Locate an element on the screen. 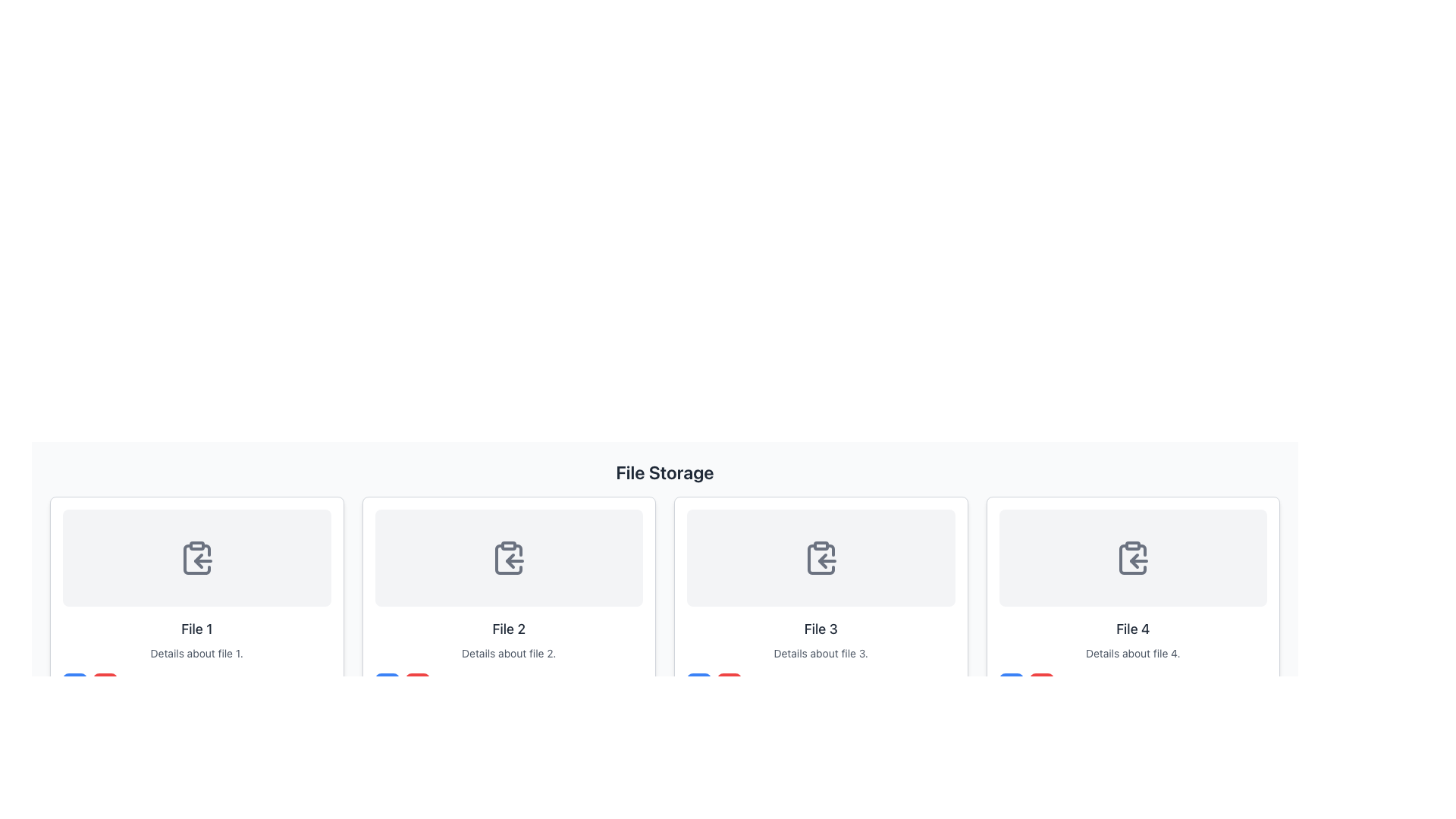  the text of the label indicating the name or title of the file represented by the clipboard icon in the second card of the horizontal list for copying is located at coordinates (509, 629).